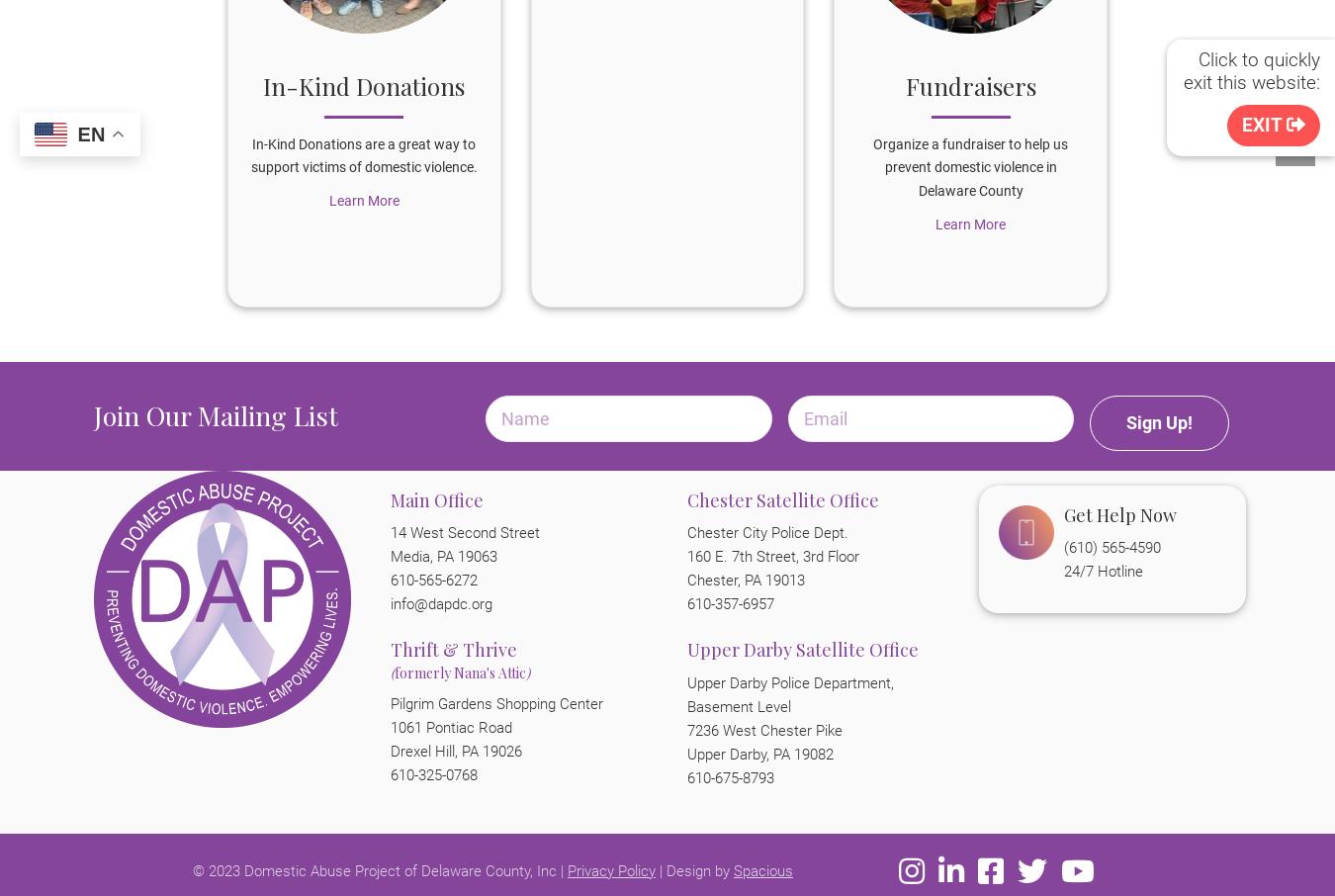 The width and height of the screenshot is (1335, 896). I want to click on 'Chester Satellite Office', so click(783, 499).